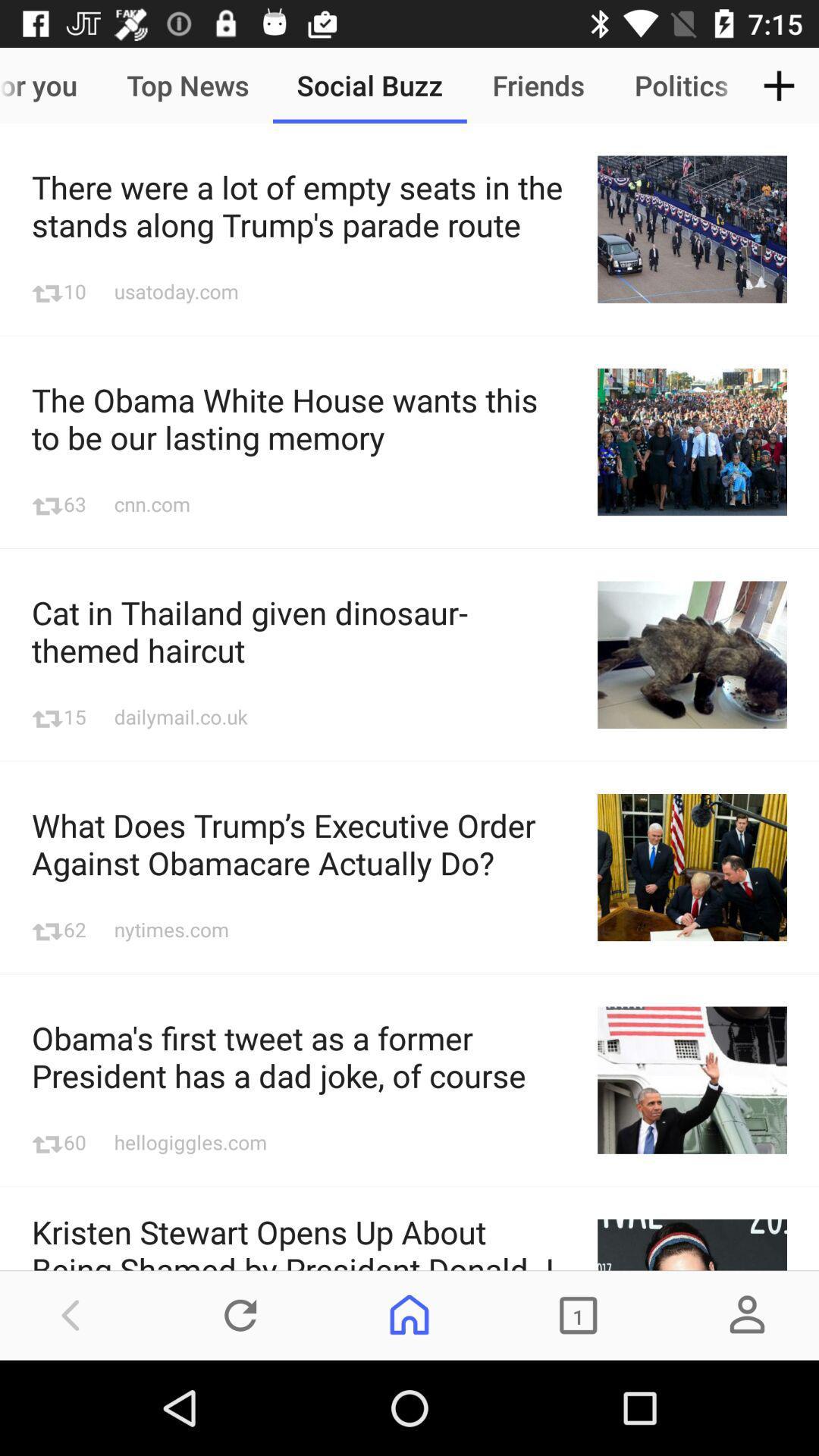 The width and height of the screenshot is (819, 1456). I want to click on the item next to politics icon, so click(779, 84).